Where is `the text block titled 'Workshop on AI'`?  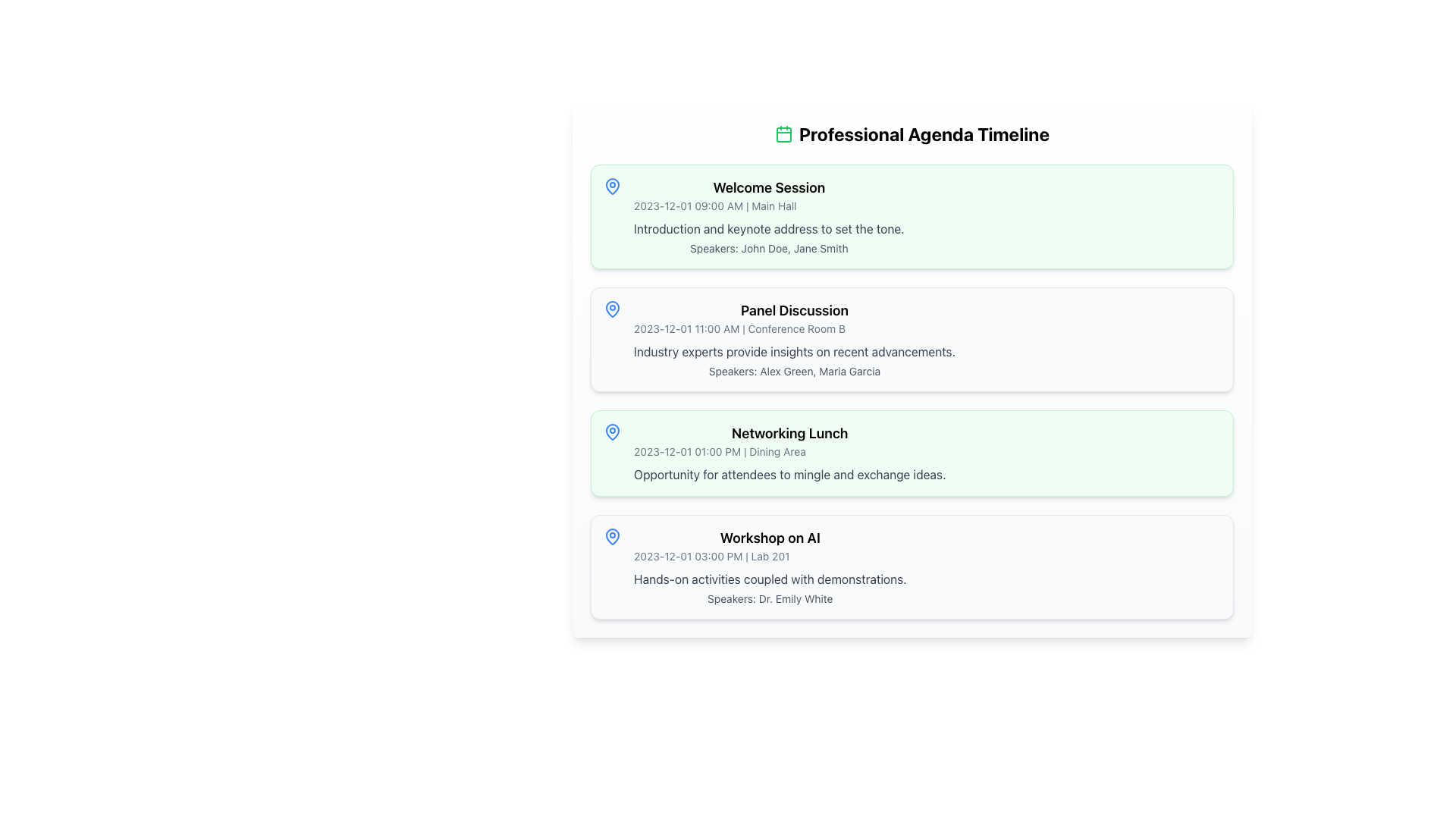 the text block titled 'Workshop on AI' is located at coordinates (770, 567).